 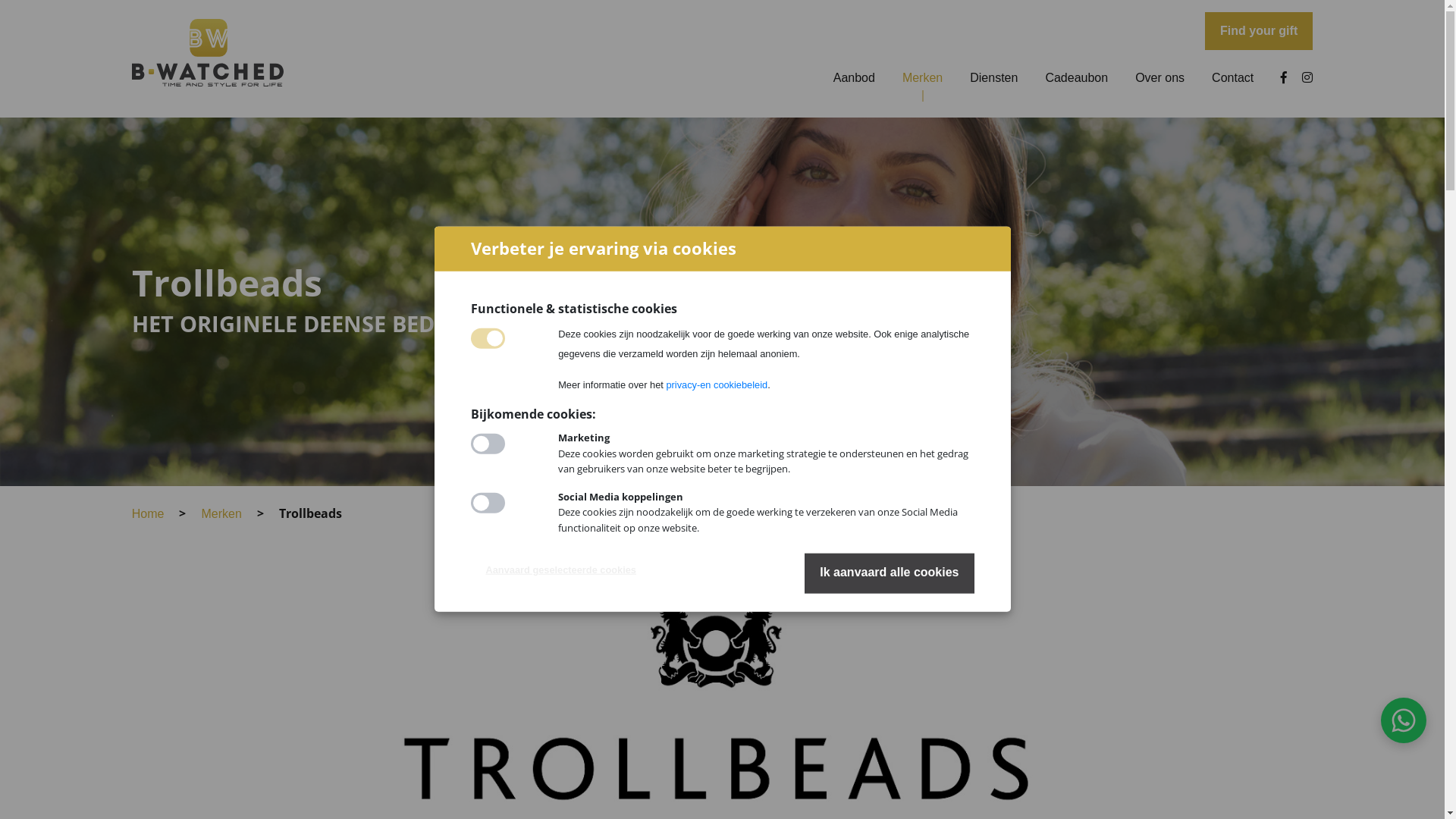 I want to click on 'Find your gift', so click(x=1259, y=31).